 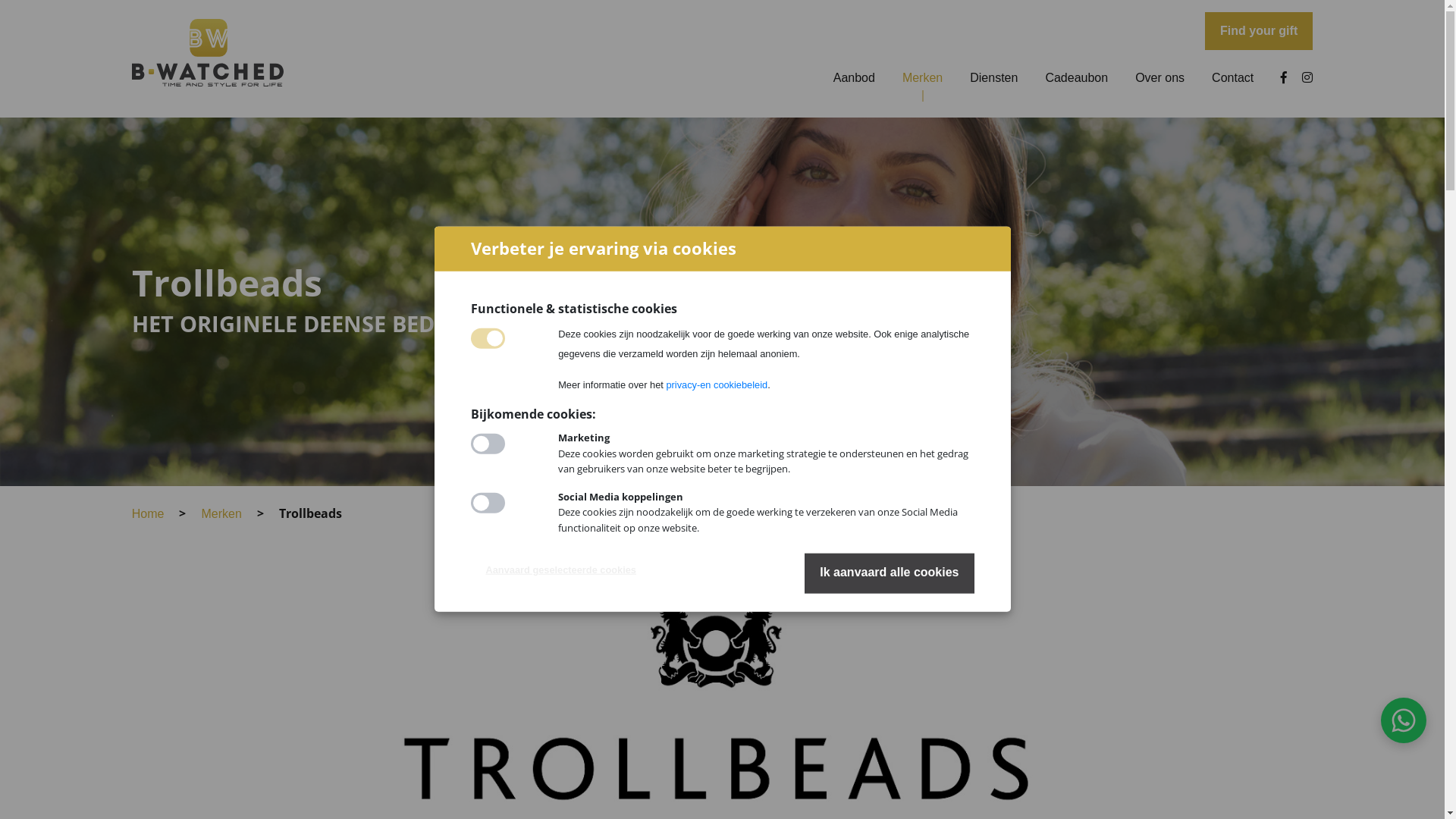 I want to click on 'Find your gift', so click(x=1259, y=31).